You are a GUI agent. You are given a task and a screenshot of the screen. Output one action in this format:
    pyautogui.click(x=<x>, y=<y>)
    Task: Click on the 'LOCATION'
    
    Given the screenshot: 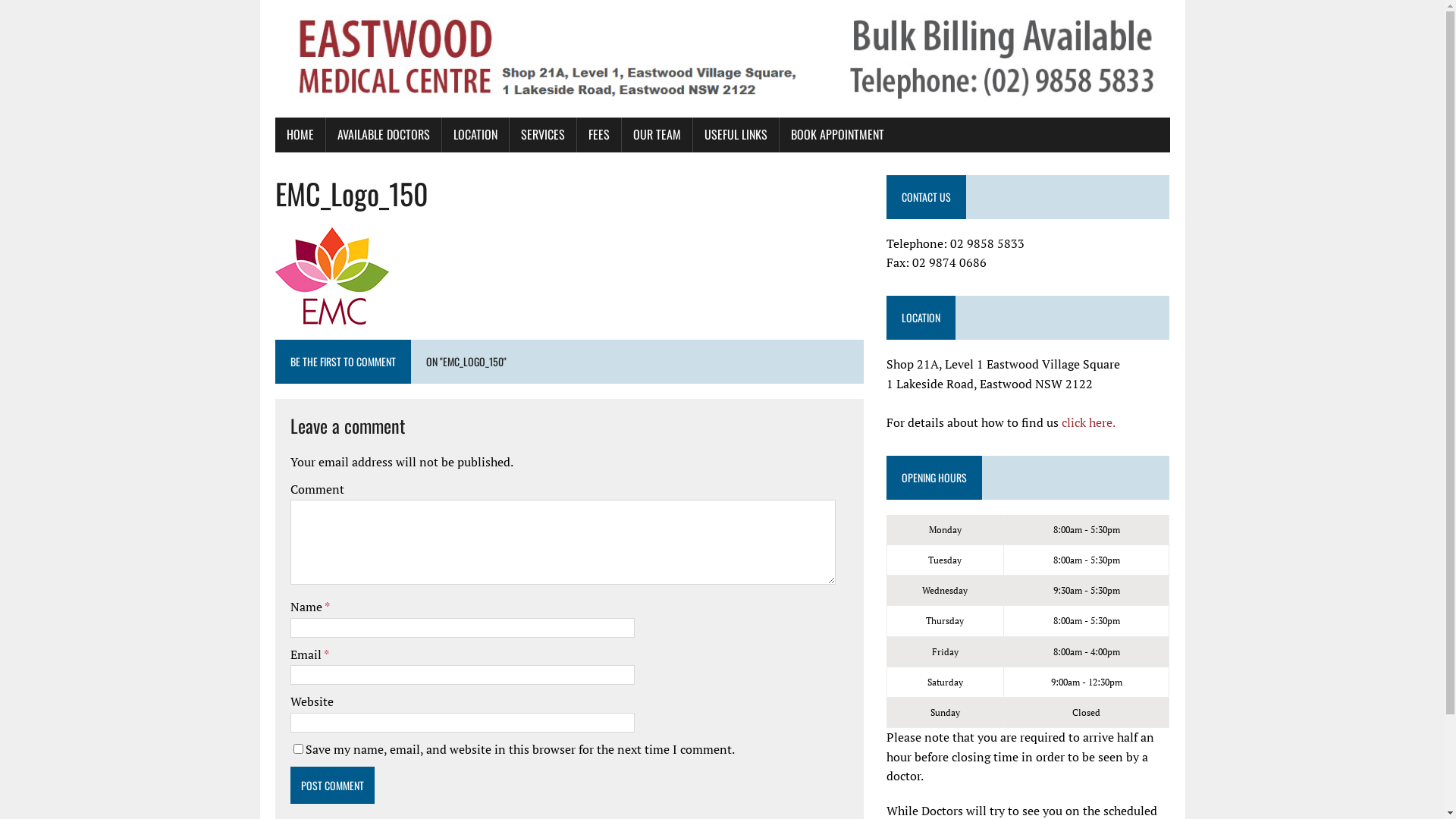 What is the action you would take?
    pyautogui.click(x=473, y=133)
    